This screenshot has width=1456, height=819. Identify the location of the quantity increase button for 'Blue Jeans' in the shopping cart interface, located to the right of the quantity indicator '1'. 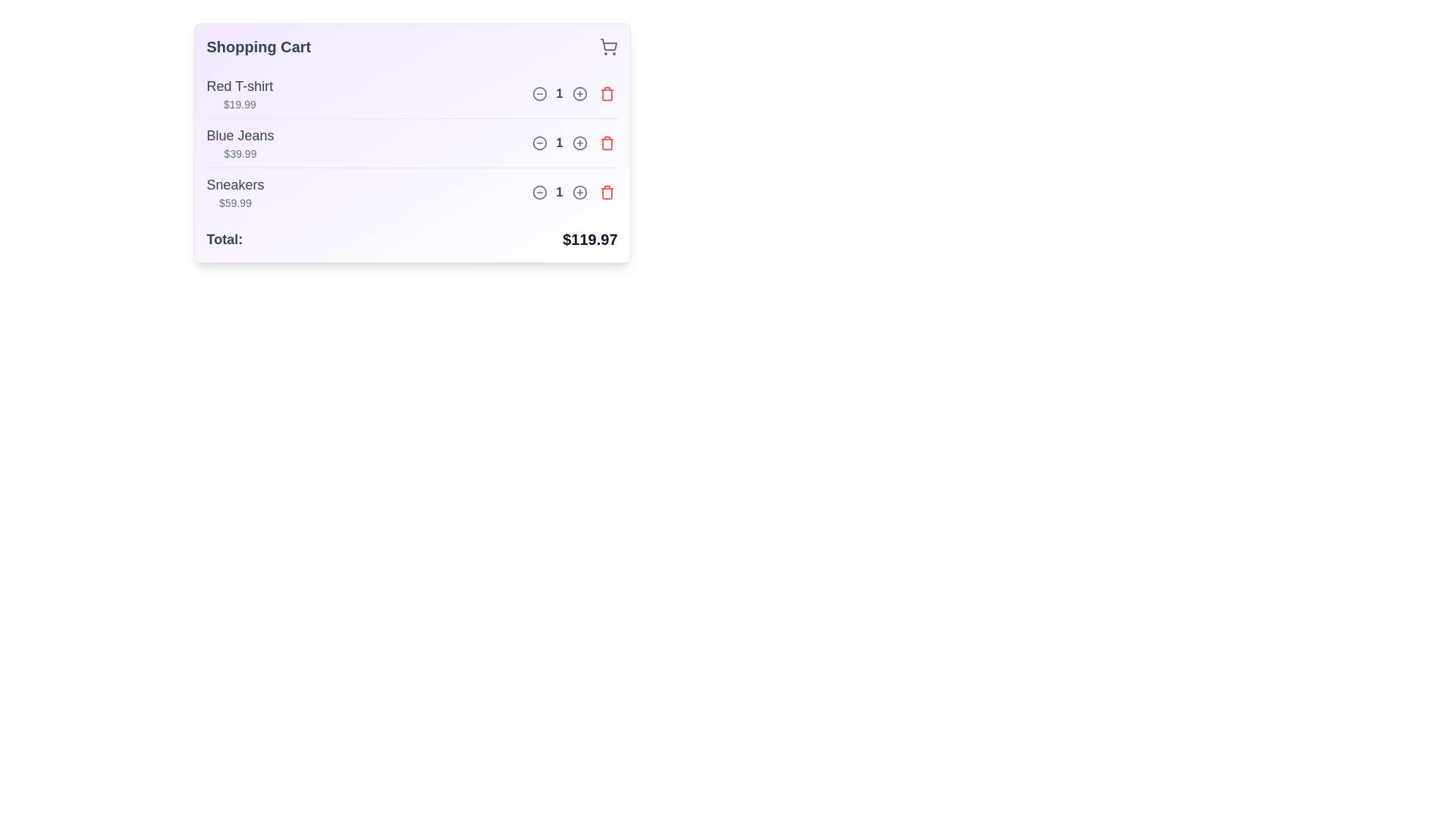
(579, 93).